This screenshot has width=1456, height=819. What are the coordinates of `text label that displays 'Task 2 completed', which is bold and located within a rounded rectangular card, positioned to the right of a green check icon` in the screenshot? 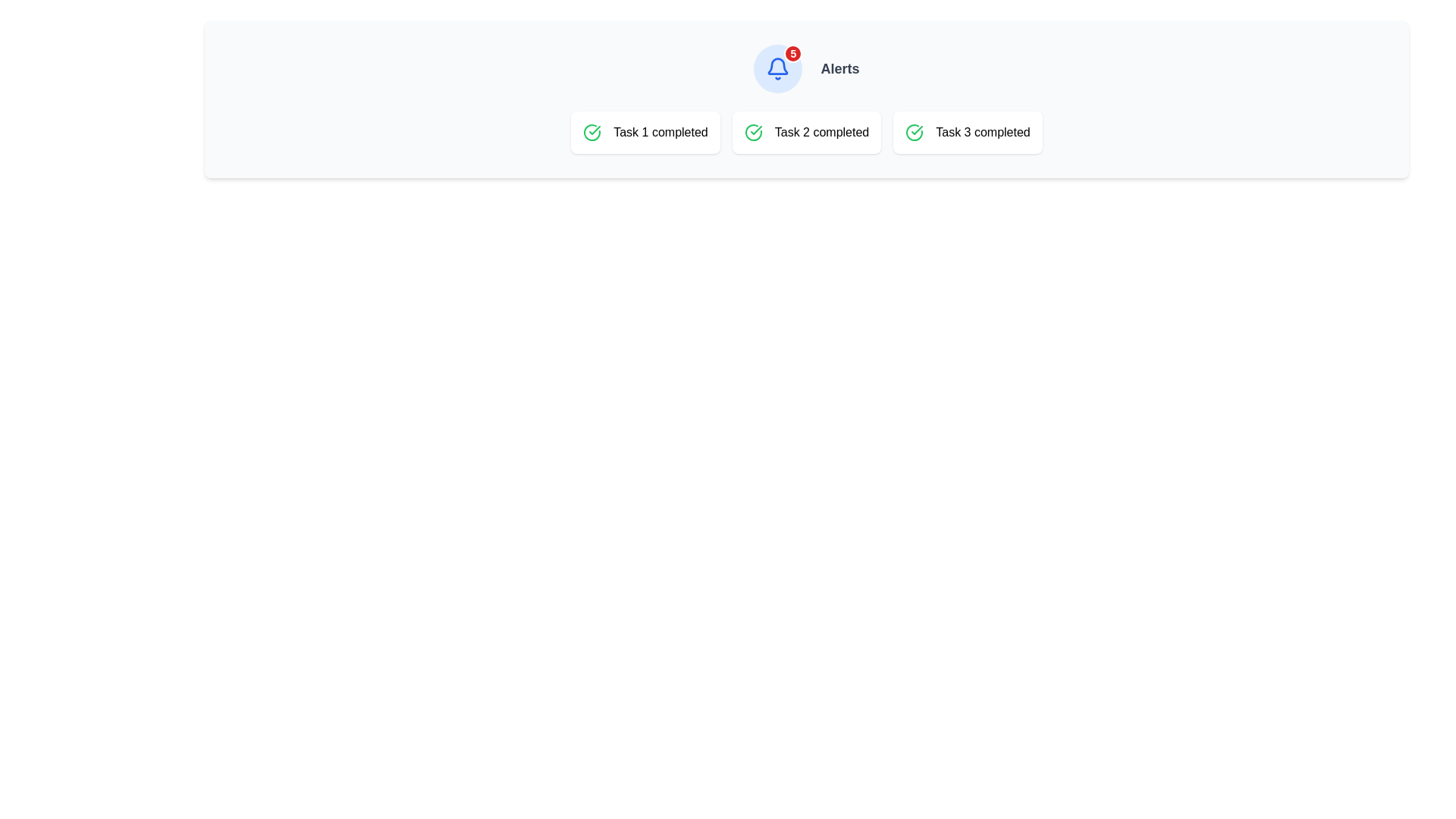 It's located at (821, 131).